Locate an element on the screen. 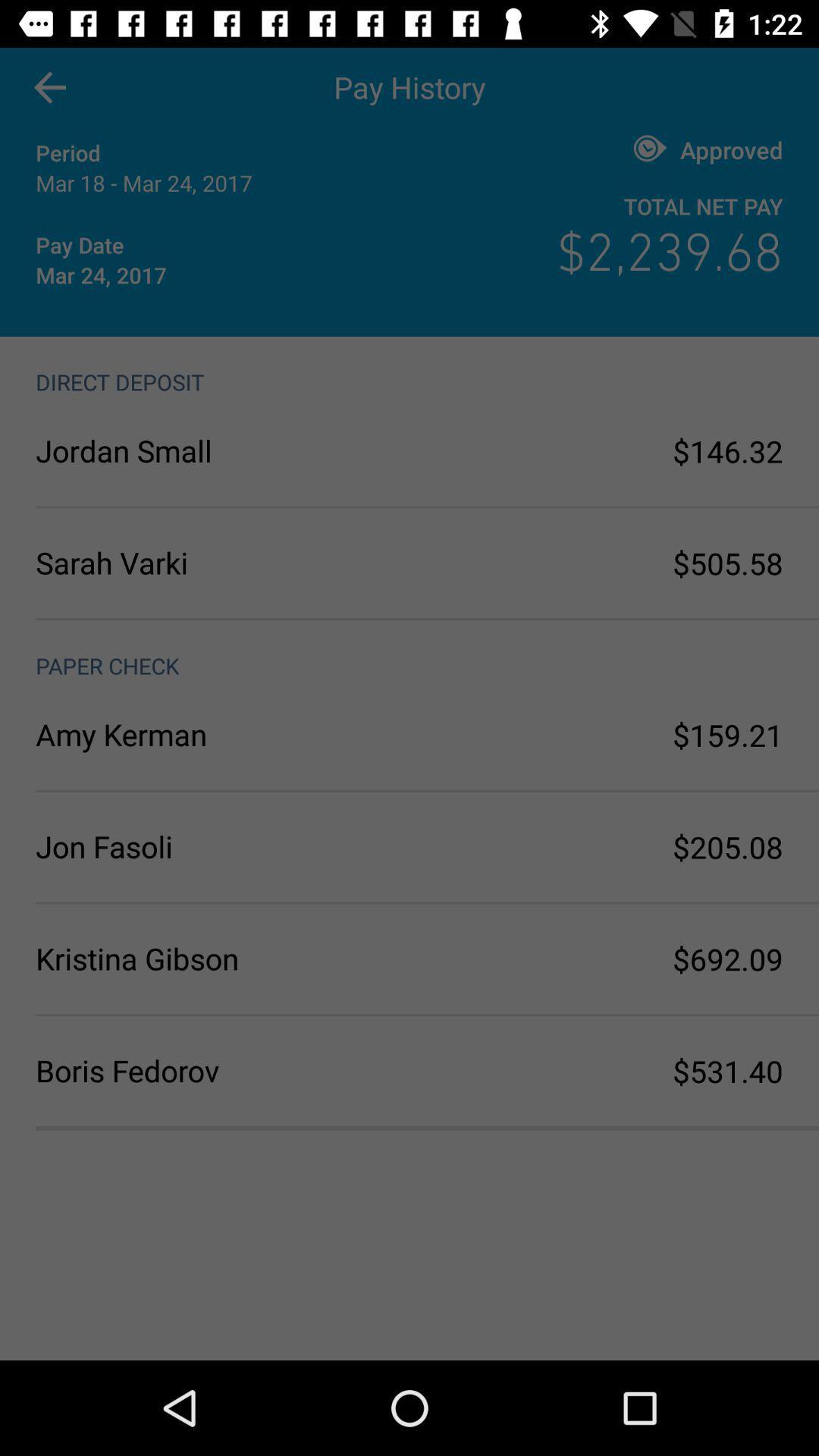 This screenshot has width=819, height=1456. boris fedorov icon is located at coordinates (222, 1069).